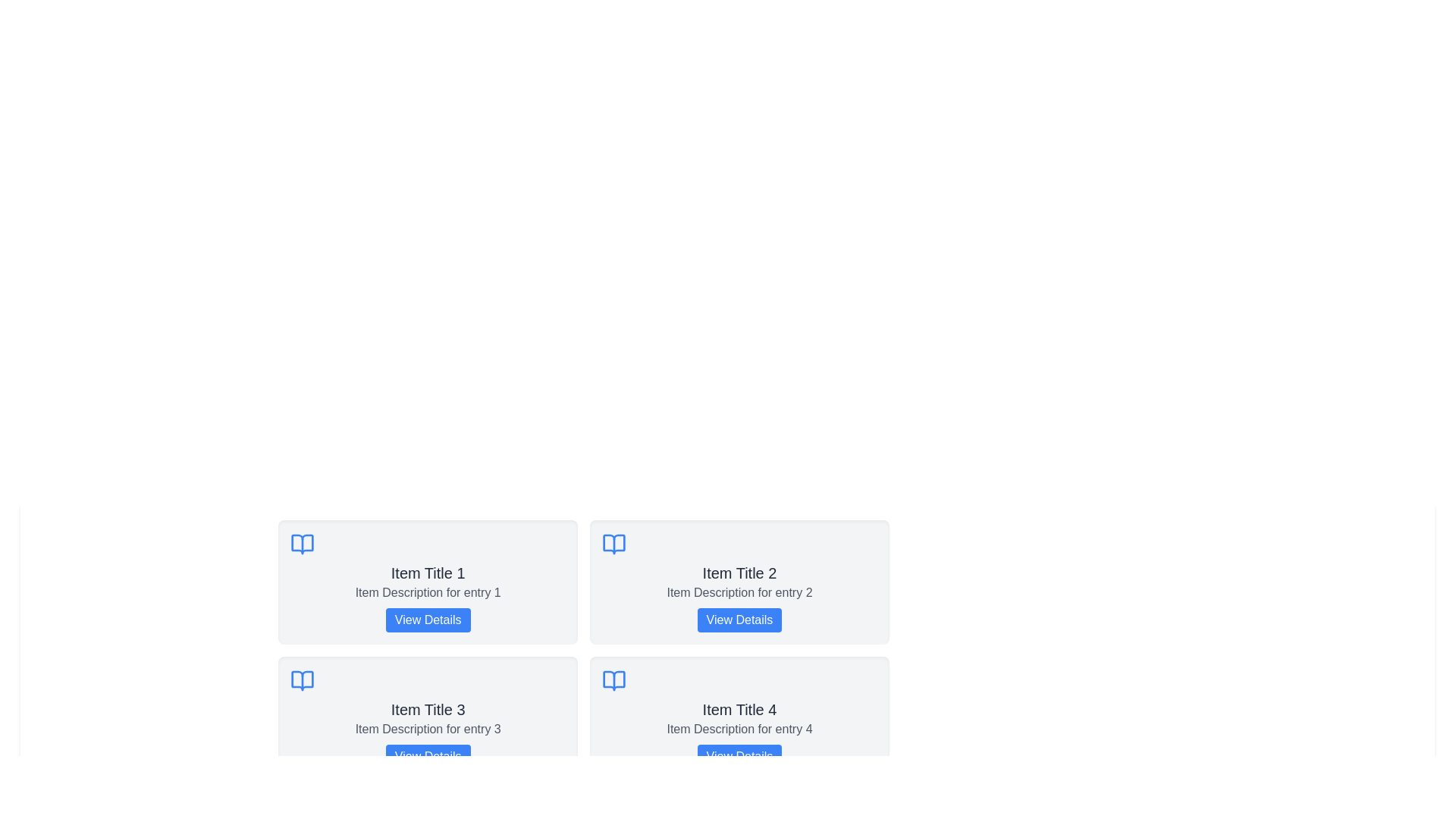  What do you see at coordinates (427, 728) in the screenshot?
I see `the Text Label that displays the description for 'Item Title 3', located above the 'View Details' button in the third card of the grid layout` at bounding box center [427, 728].